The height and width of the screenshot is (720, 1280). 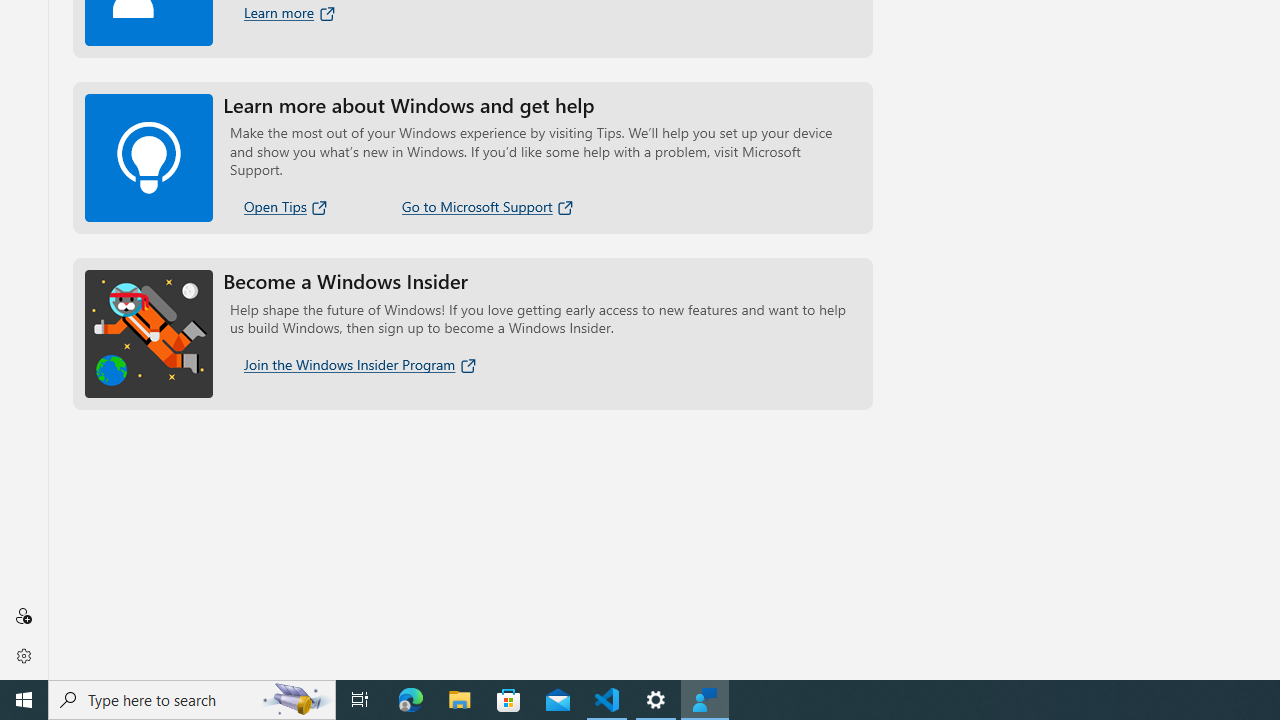 I want to click on 'Microsoft Store', so click(x=509, y=698).